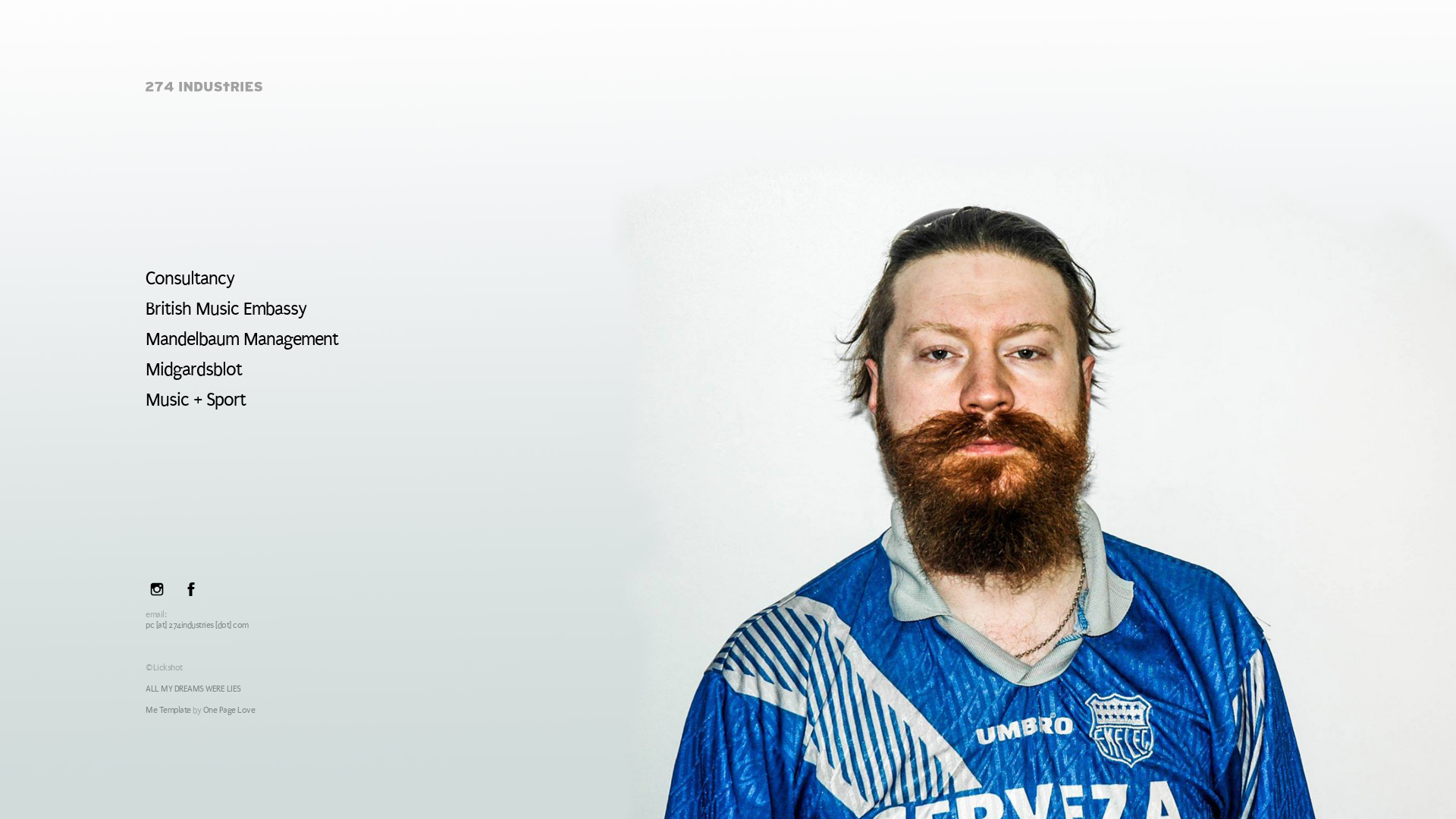  Describe the element at coordinates (196, 625) in the screenshot. I see `'pc [at] 274industries [dot] com'` at that location.